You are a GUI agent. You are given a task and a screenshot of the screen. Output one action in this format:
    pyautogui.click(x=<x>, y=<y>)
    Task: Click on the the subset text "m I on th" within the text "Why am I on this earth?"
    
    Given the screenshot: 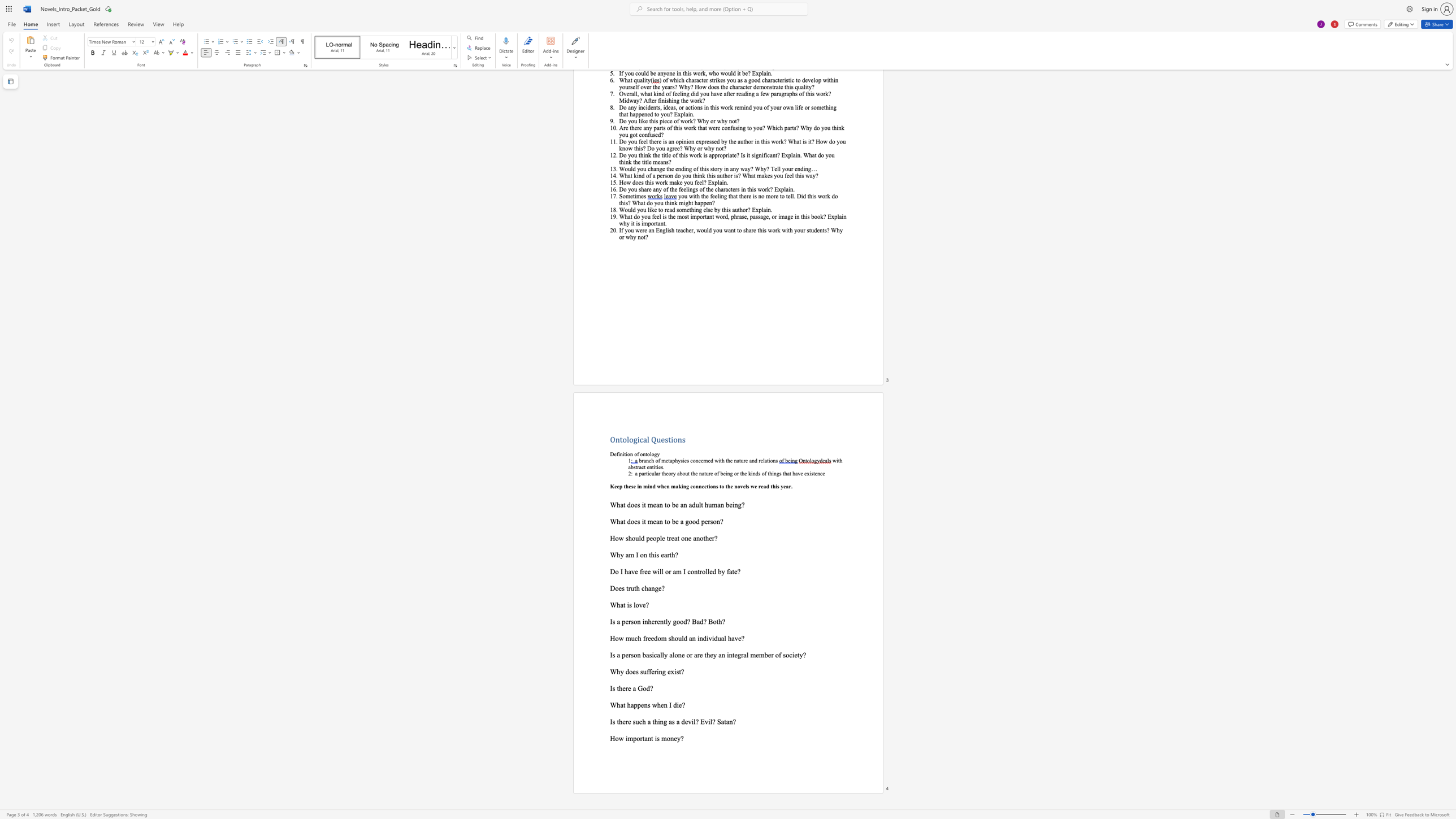 What is the action you would take?
    pyautogui.click(x=629, y=554)
    